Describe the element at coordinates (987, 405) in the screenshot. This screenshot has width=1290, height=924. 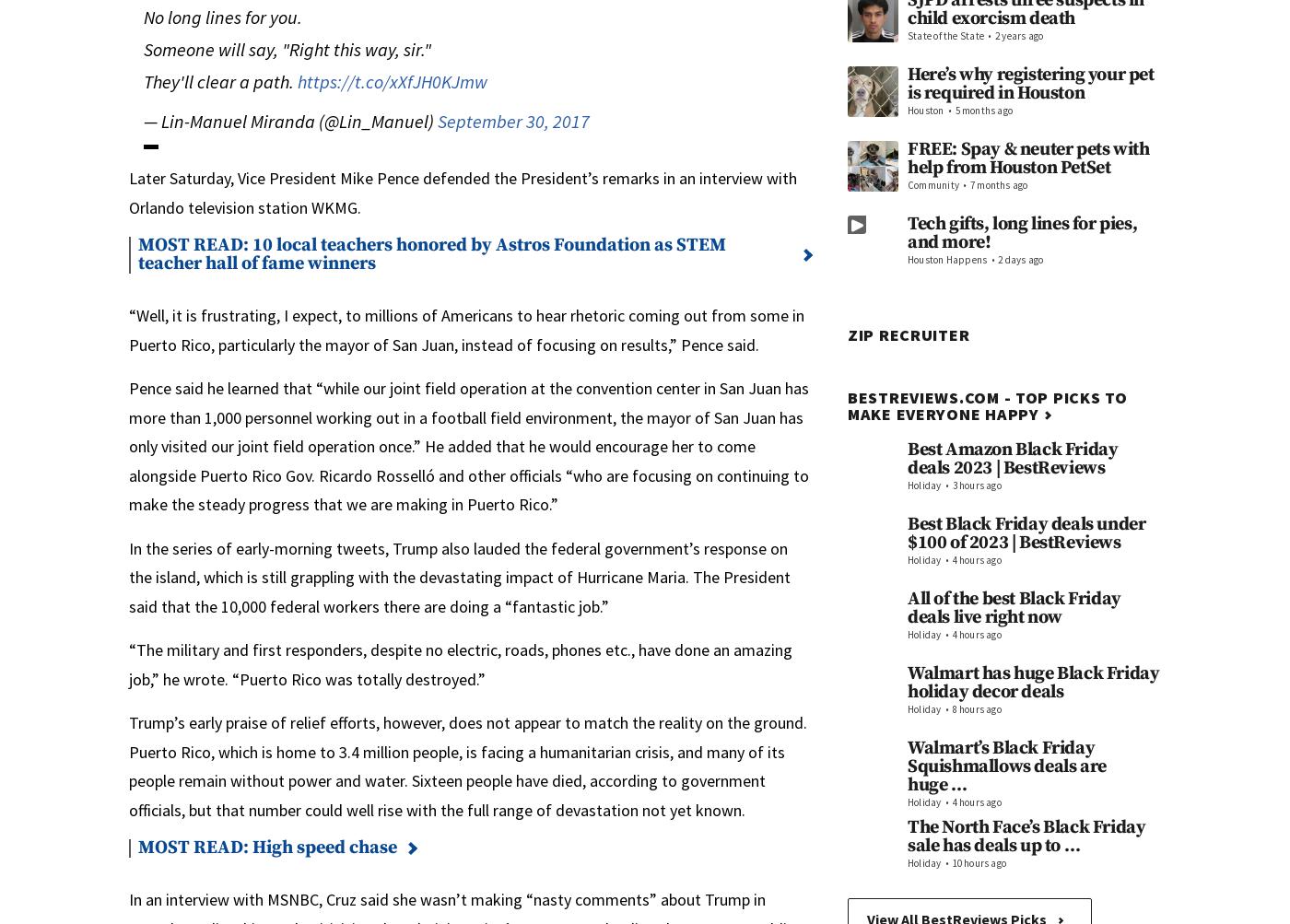
I see `'BestReviews.com - Top picks to make everyone happy'` at that location.